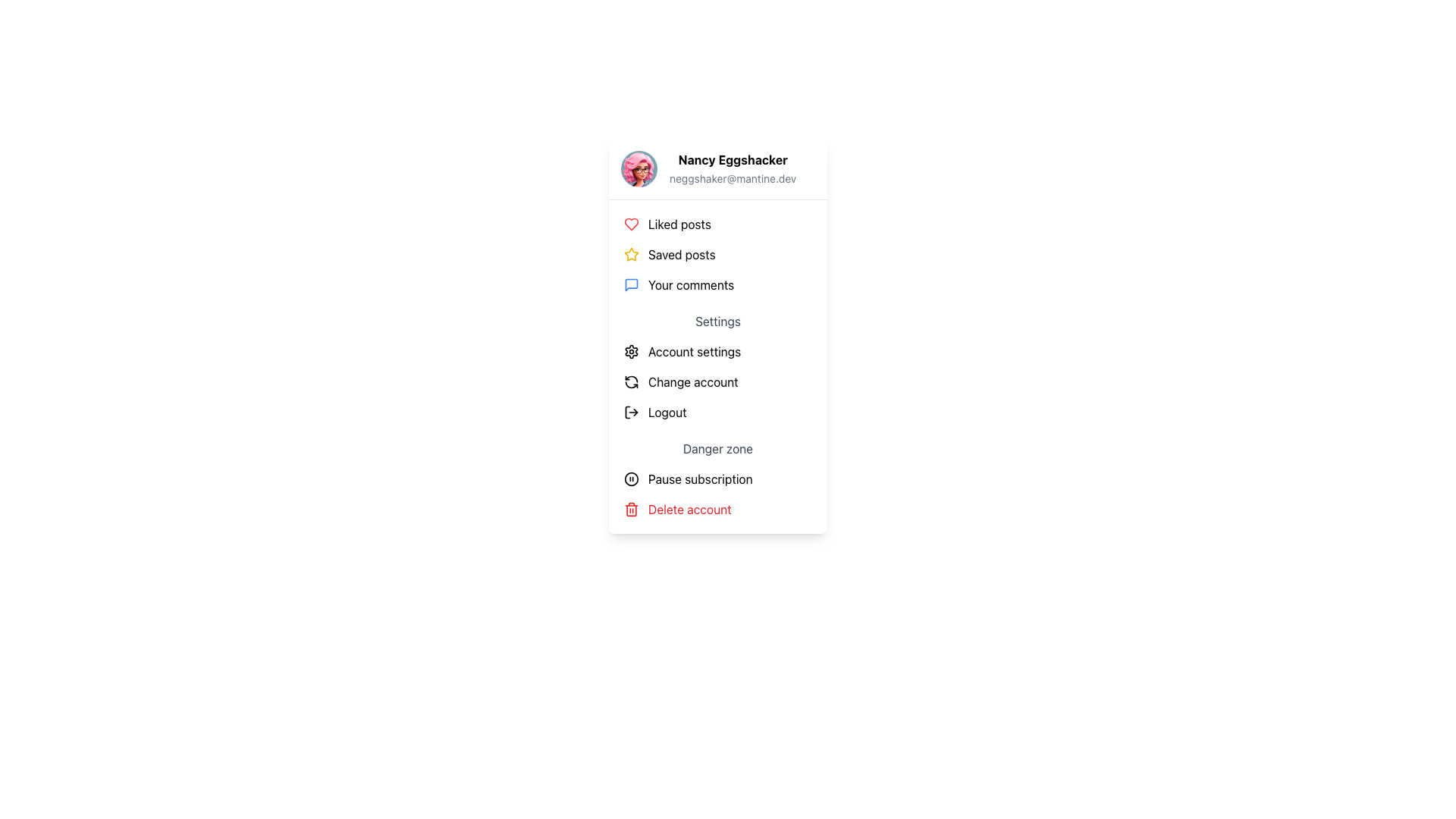  Describe the element at coordinates (681, 253) in the screenshot. I see `the 'Saved posts' menu item text label` at that location.